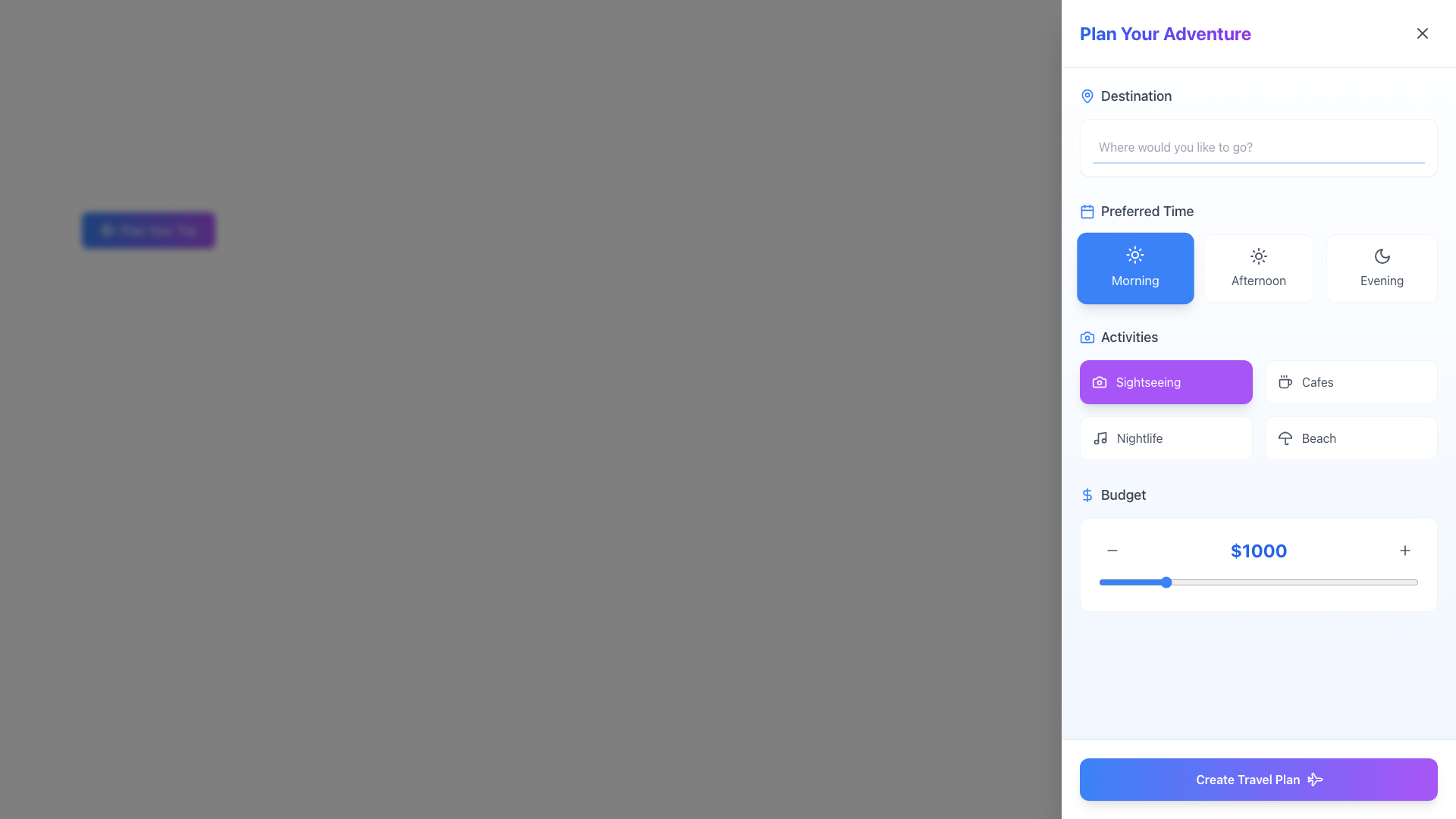 Image resolution: width=1456 pixels, height=819 pixels. I want to click on the plus button located on the right side of the monetary display in the Budget section to increment the value from $1000, so click(1259, 564).